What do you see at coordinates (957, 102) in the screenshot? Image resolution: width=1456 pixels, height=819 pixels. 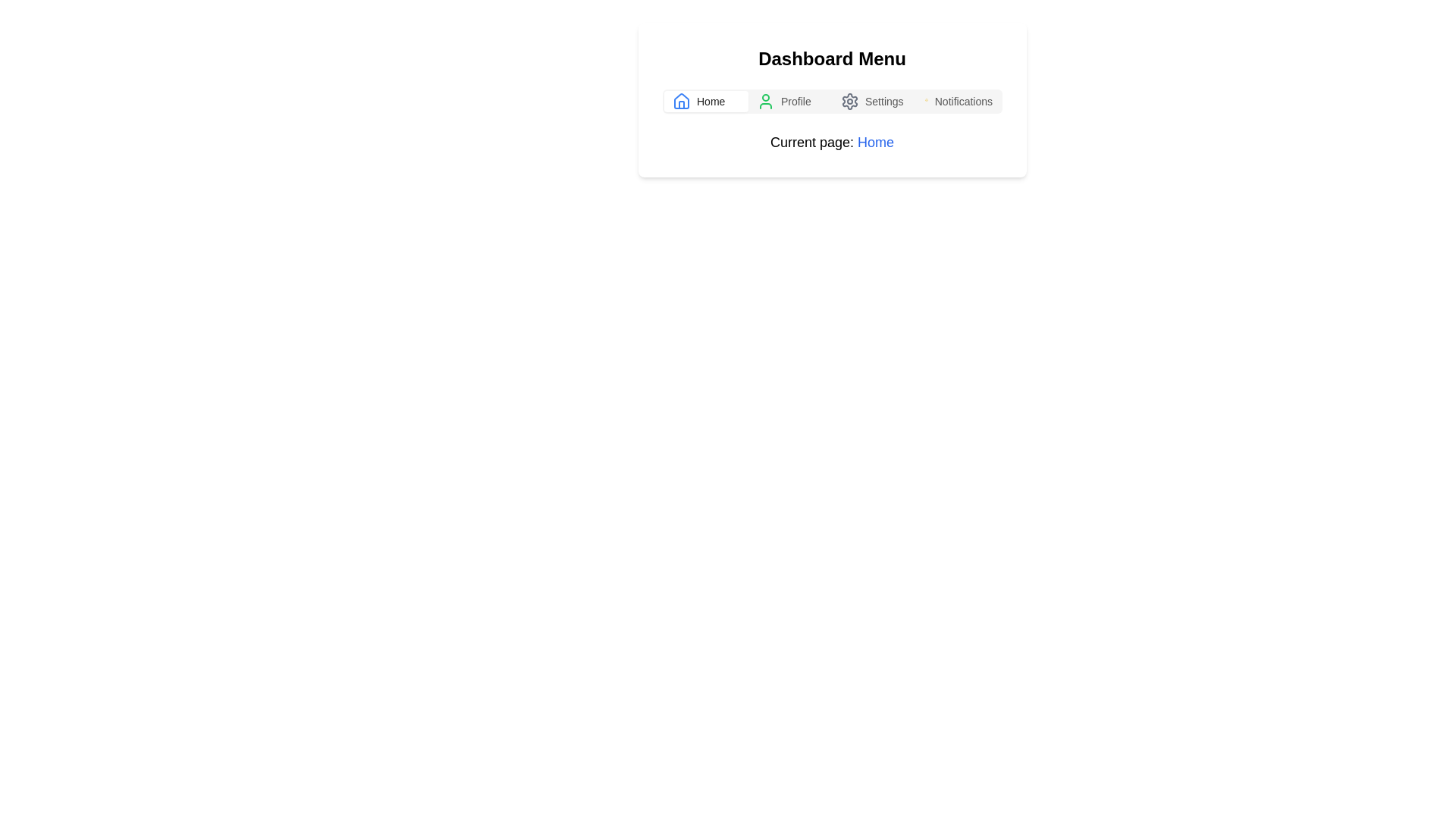 I see `the notifications label in the segmented menu bar, which is the fourth item from the left after 'Settings'` at bounding box center [957, 102].